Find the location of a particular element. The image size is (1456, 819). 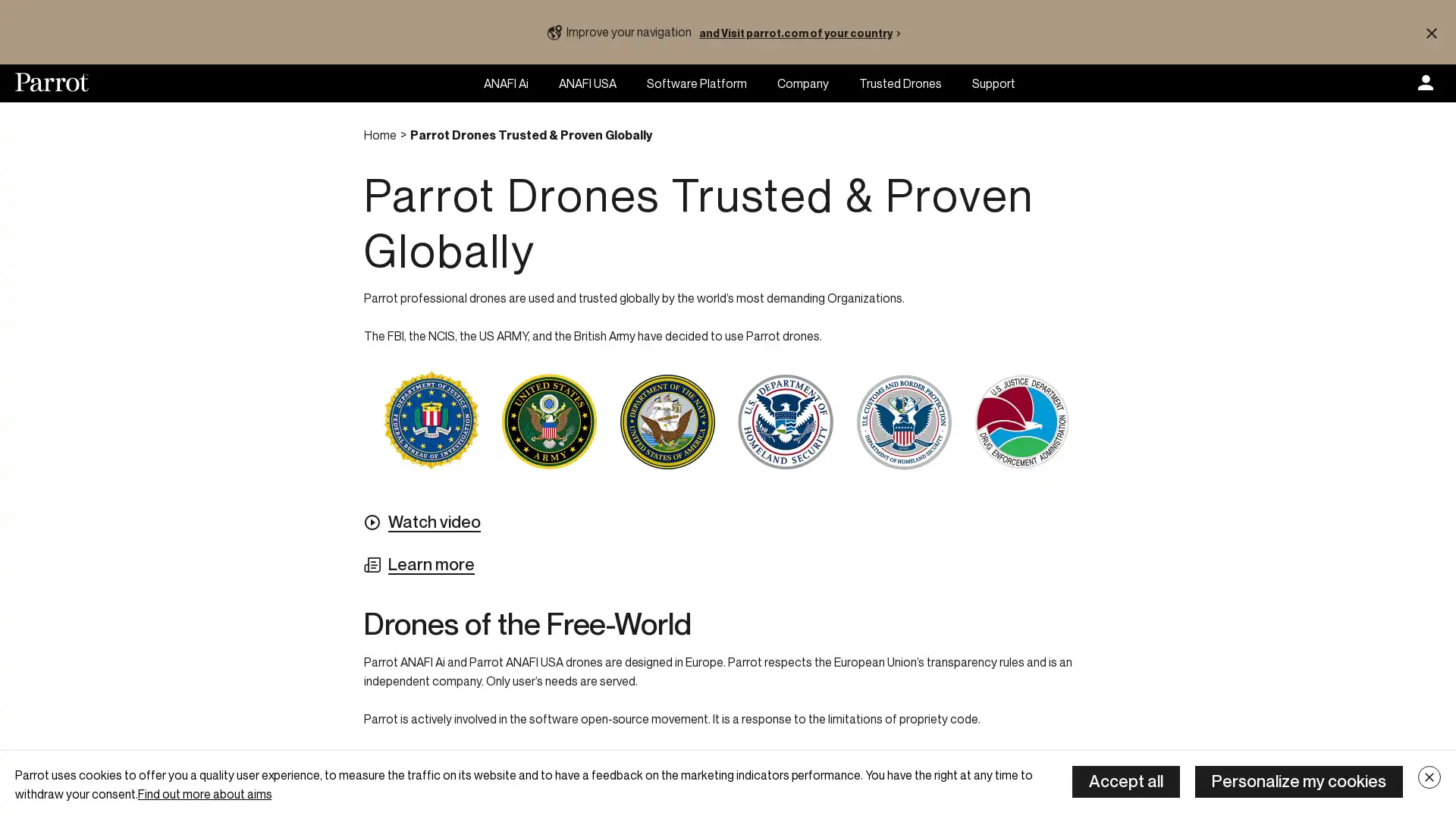

close is located at coordinates (1429, 777).